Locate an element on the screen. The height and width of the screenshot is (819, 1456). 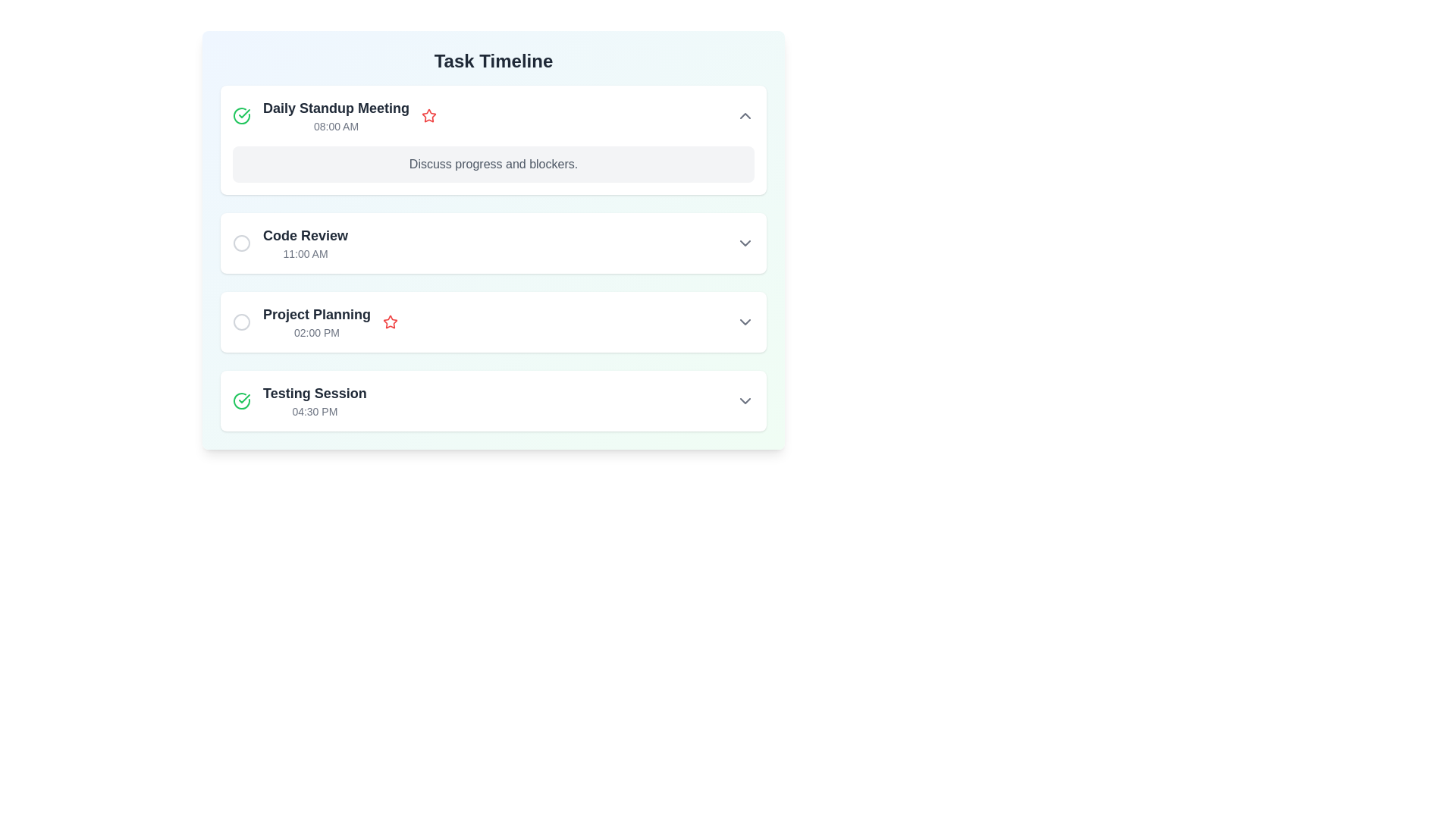
the circular Indicator icon with a gray border that indicates the status of the task in the 'Code Review' row is located at coordinates (240, 242).